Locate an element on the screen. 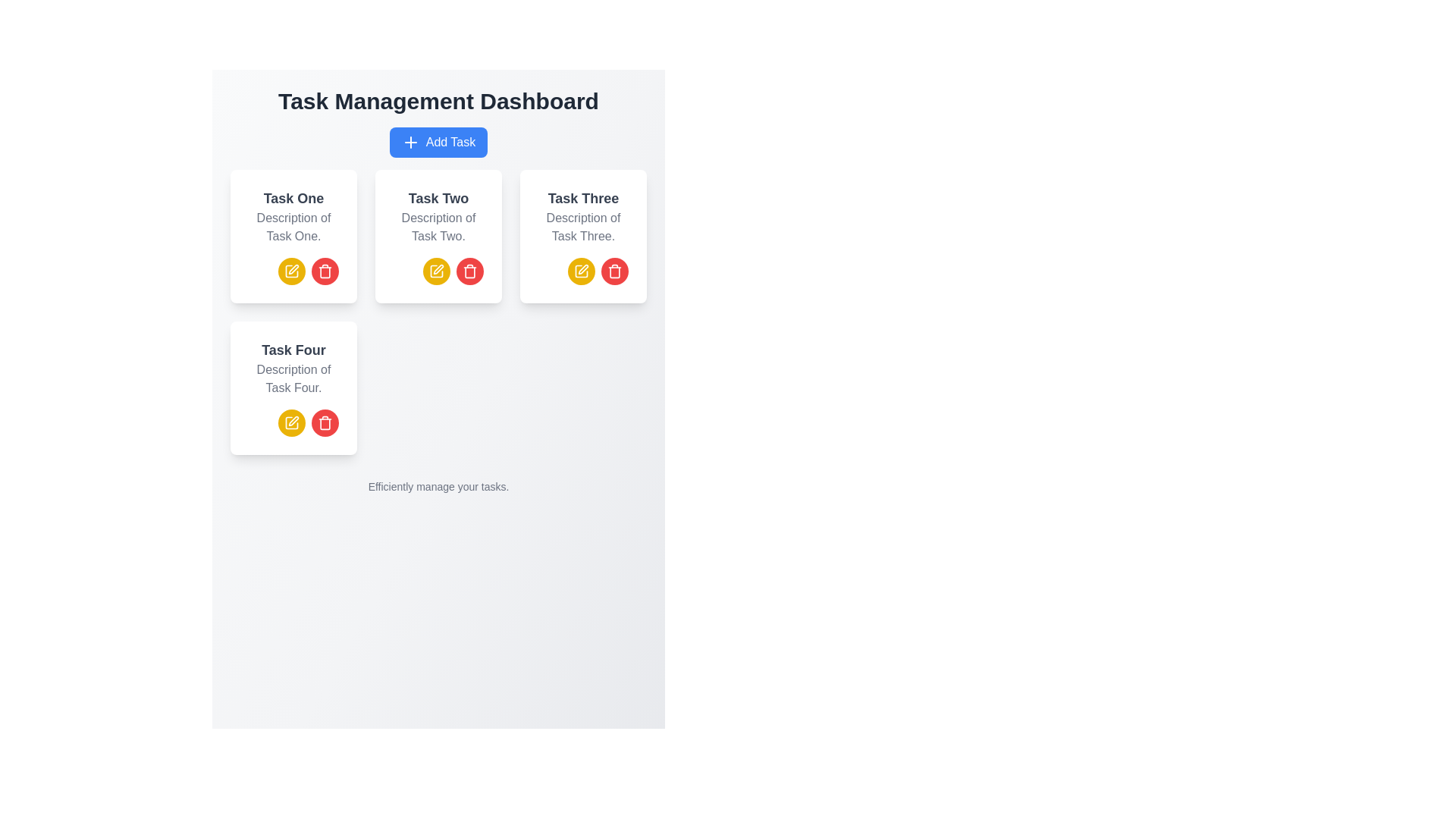 Image resolution: width=1456 pixels, height=819 pixels. the yellow pen icon in the 'Task Two' section is located at coordinates (438, 268).